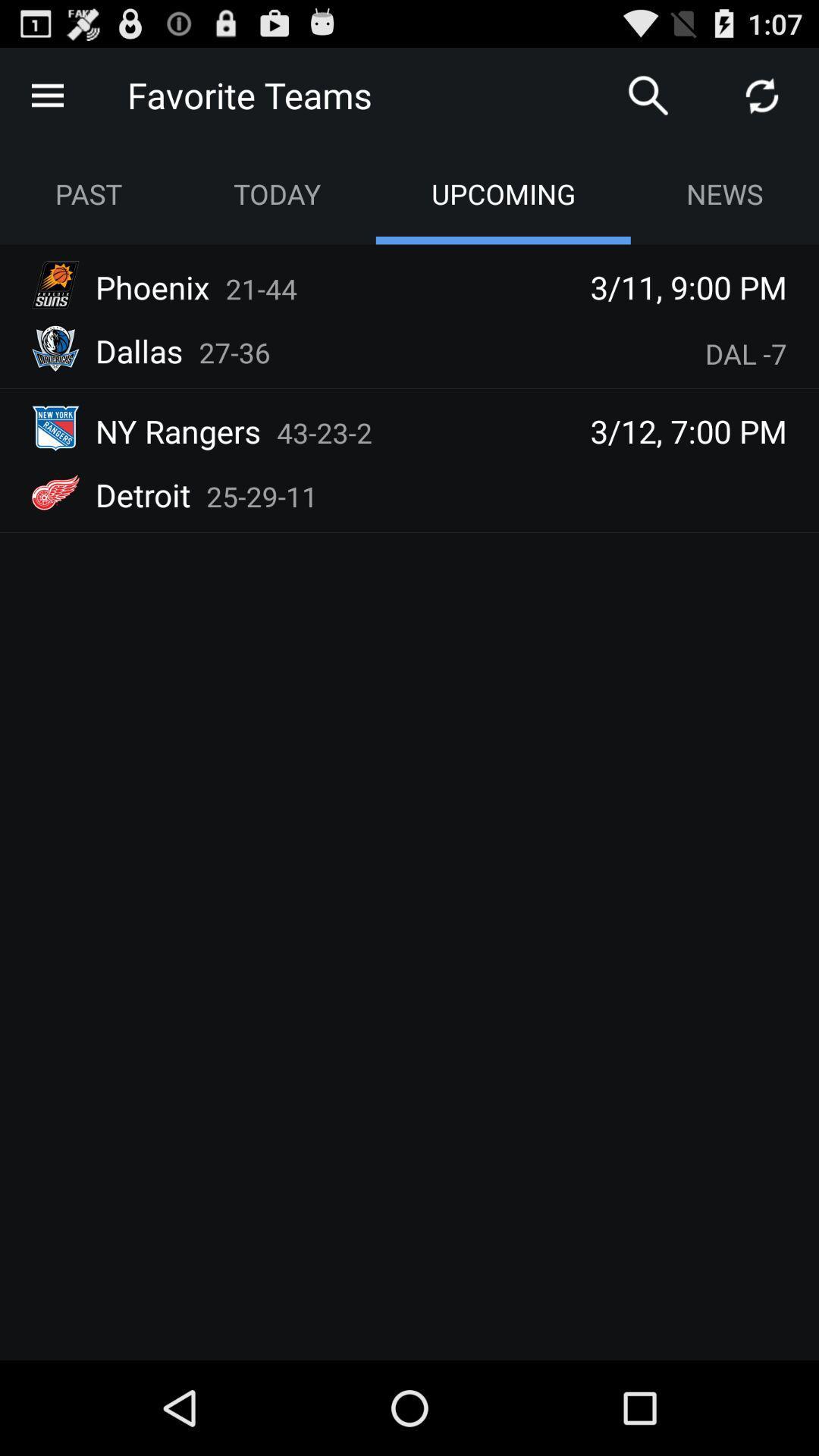 The image size is (819, 1456). I want to click on the search icon, so click(648, 101).